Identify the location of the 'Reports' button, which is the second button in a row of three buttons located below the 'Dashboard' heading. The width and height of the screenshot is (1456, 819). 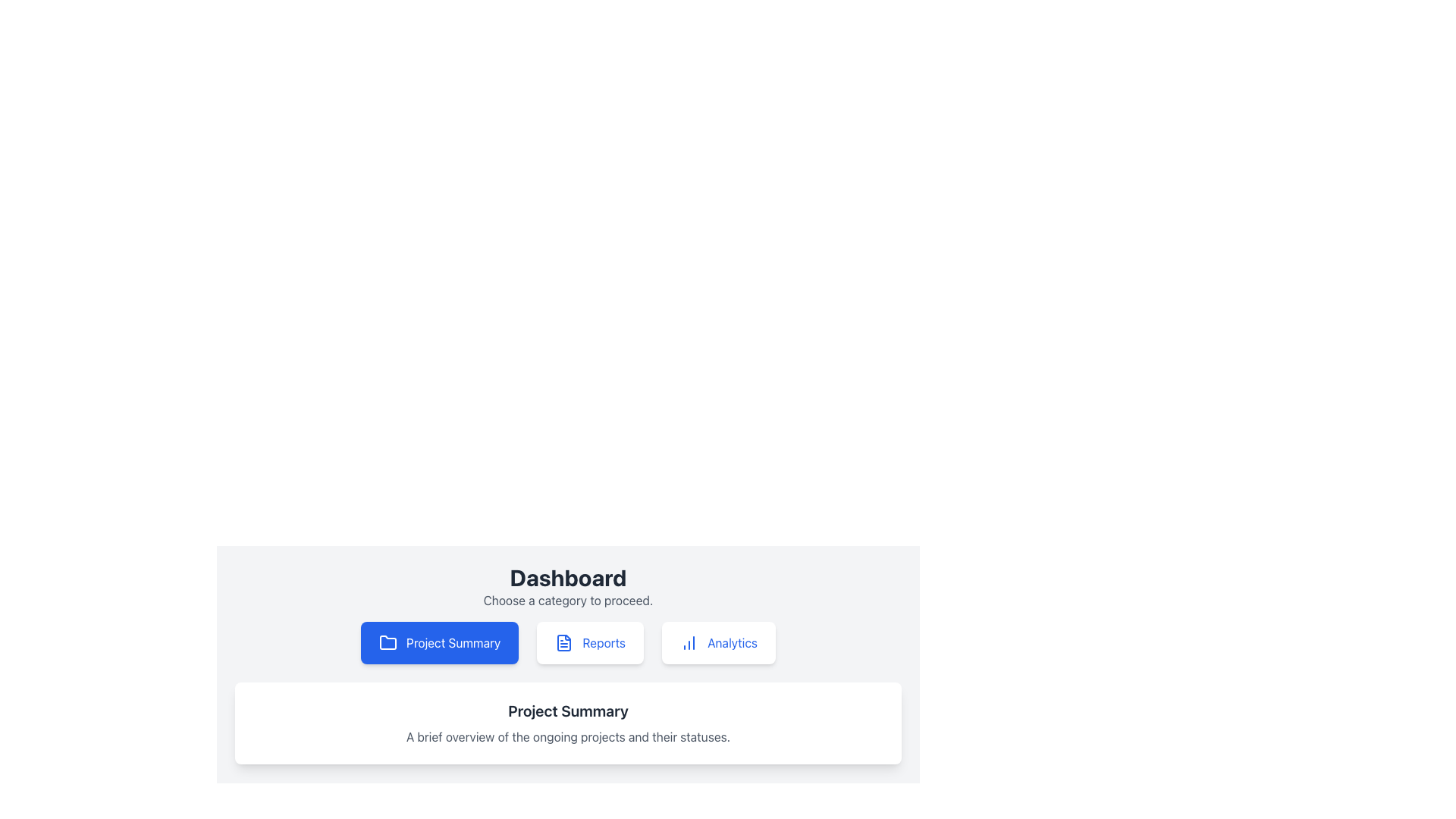
(589, 643).